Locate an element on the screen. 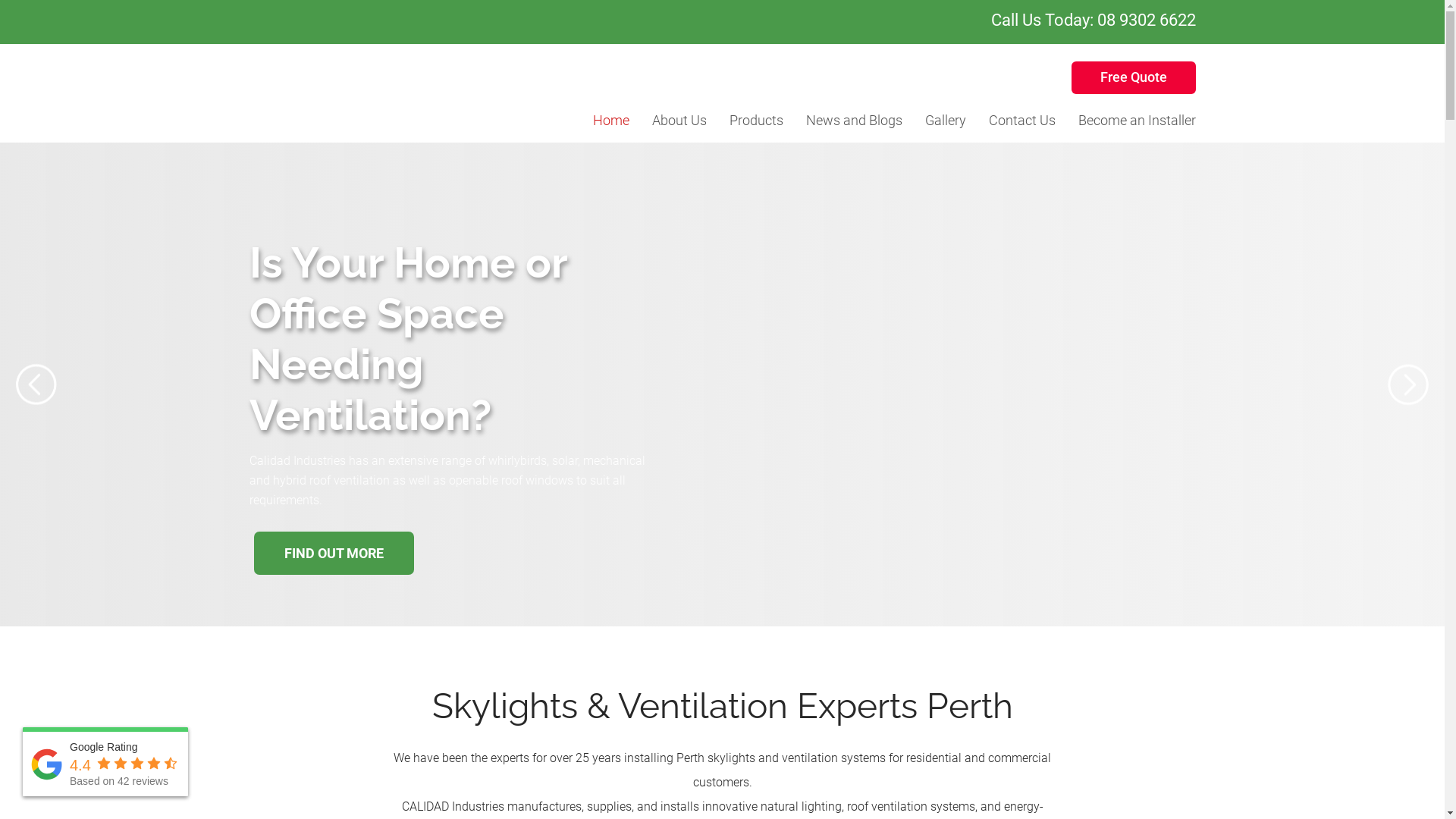  'FIND OUT MORE' is located at coordinates (332, 584).